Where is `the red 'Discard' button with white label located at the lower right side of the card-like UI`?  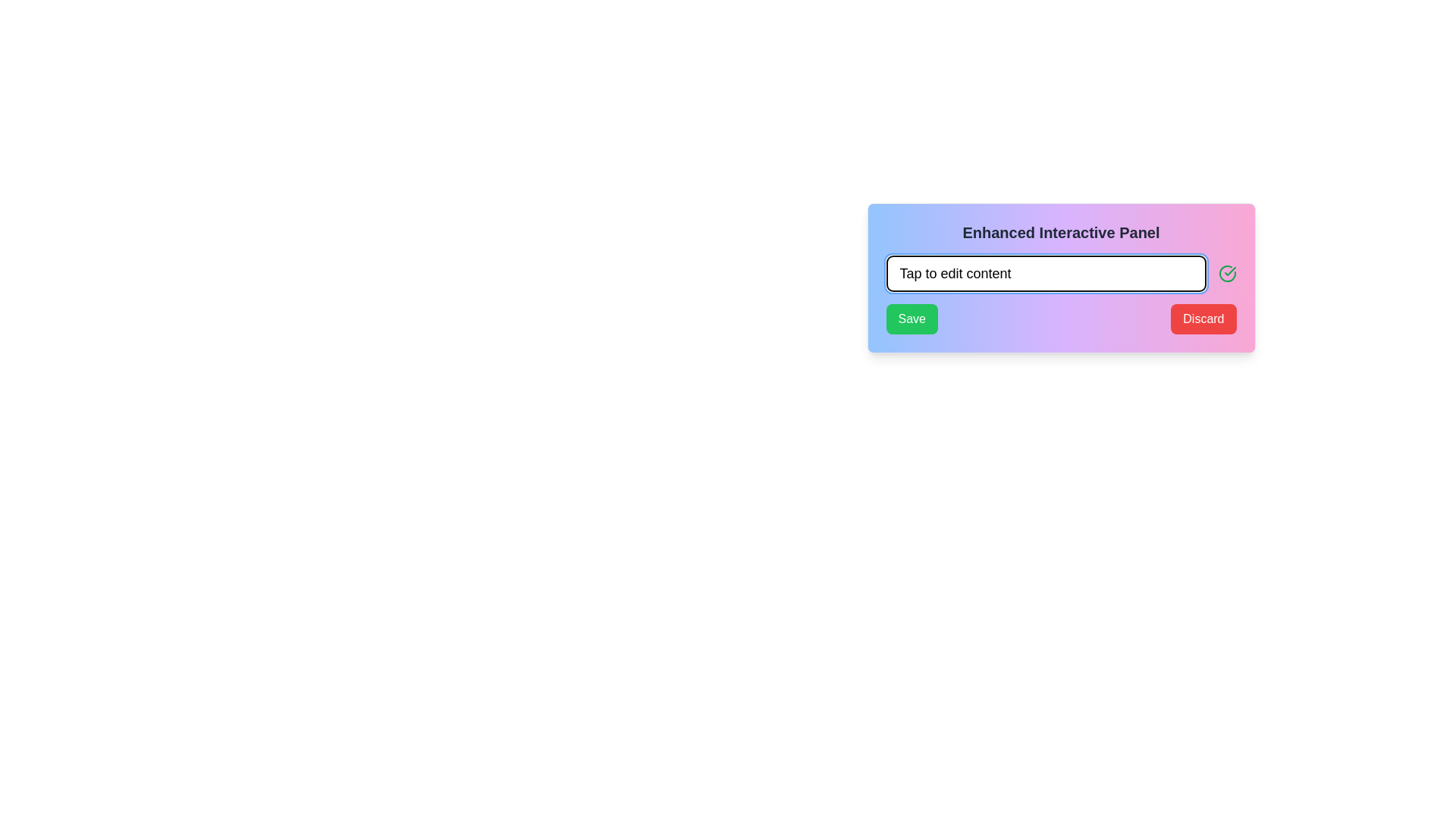 the red 'Discard' button with white label located at the lower right side of the card-like UI is located at coordinates (1203, 318).